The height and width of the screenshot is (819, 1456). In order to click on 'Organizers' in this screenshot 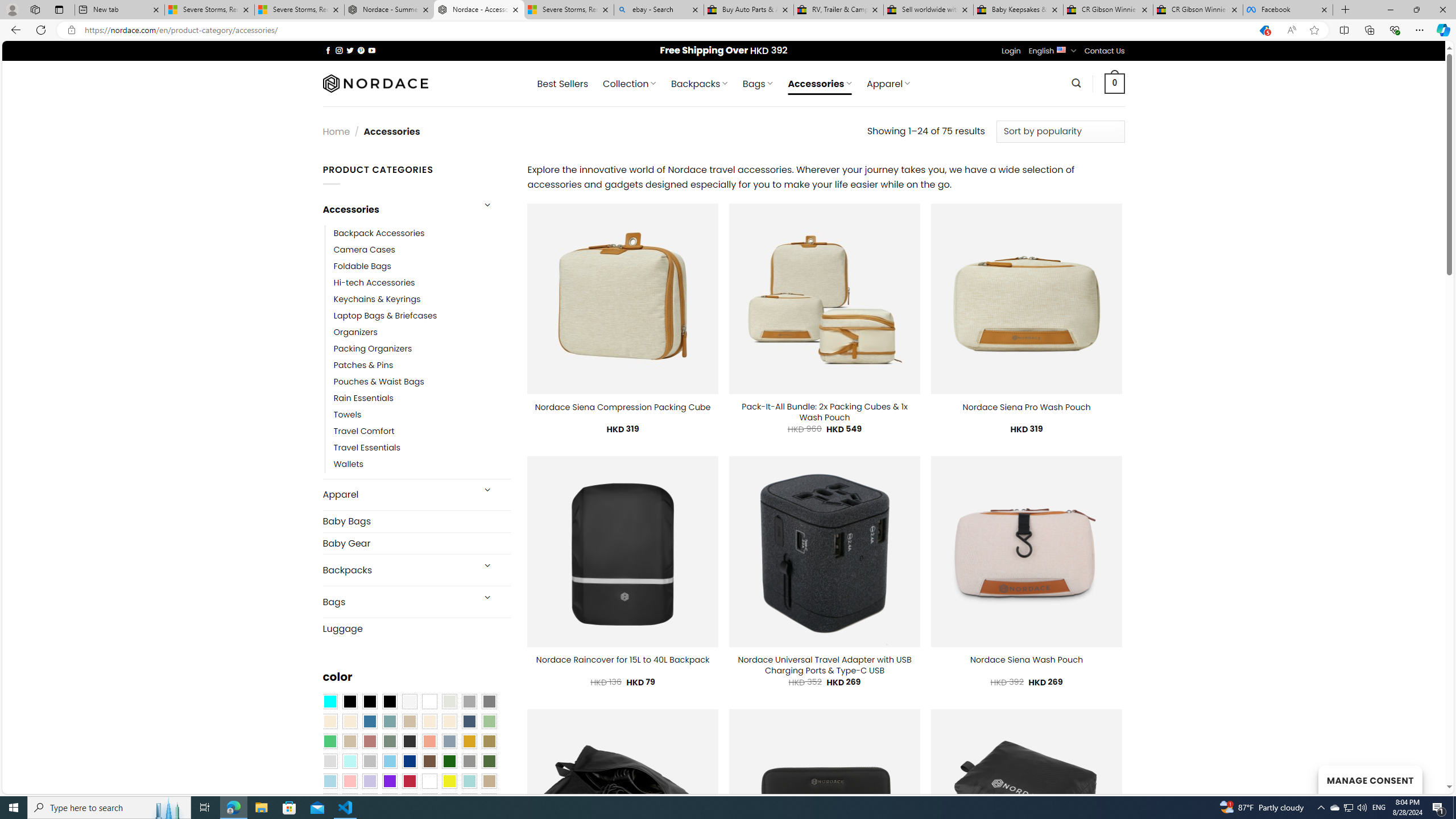, I will do `click(354, 333)`.